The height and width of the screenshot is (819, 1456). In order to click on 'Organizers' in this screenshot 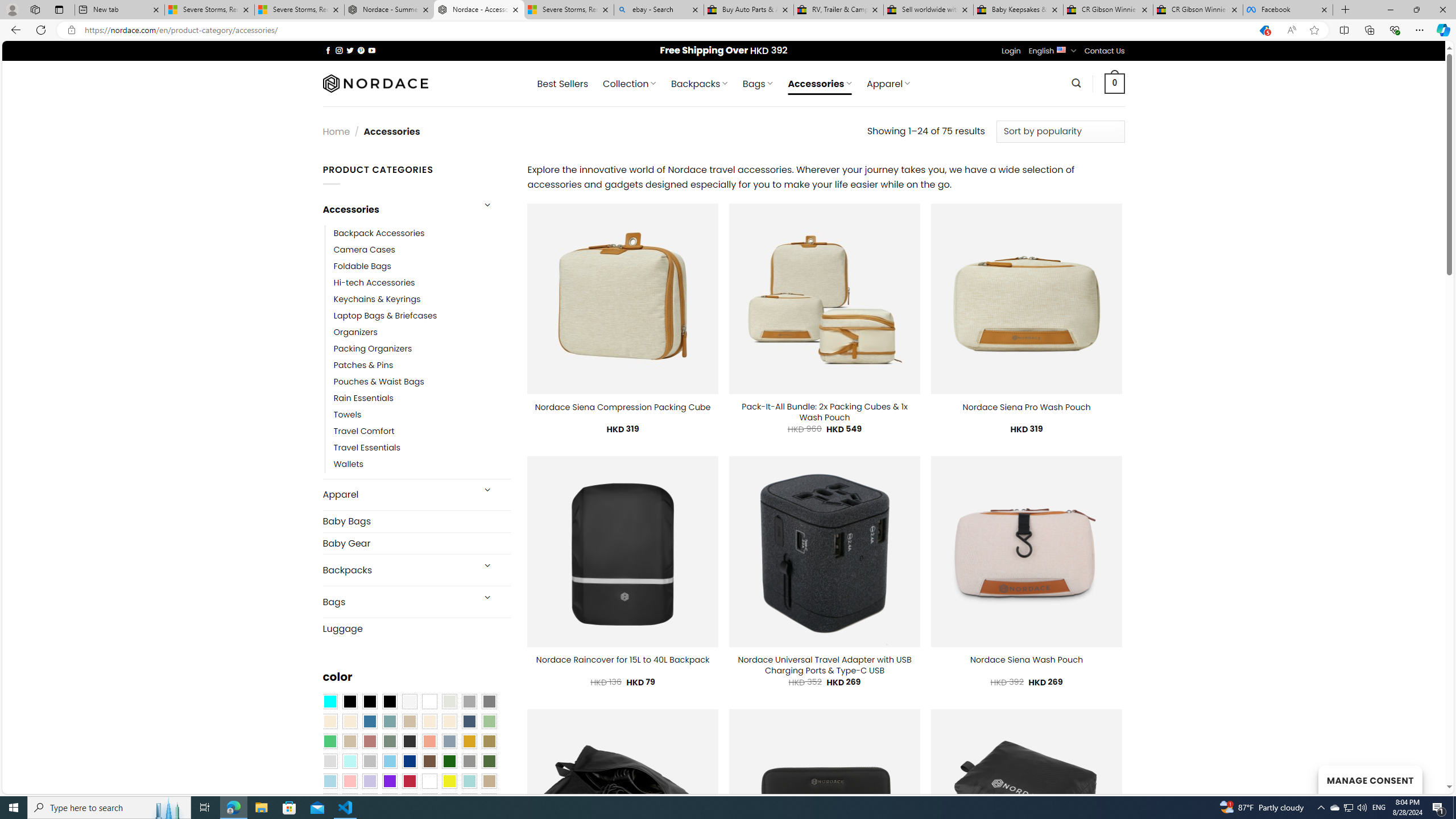, I will do `click(354, 333)`.